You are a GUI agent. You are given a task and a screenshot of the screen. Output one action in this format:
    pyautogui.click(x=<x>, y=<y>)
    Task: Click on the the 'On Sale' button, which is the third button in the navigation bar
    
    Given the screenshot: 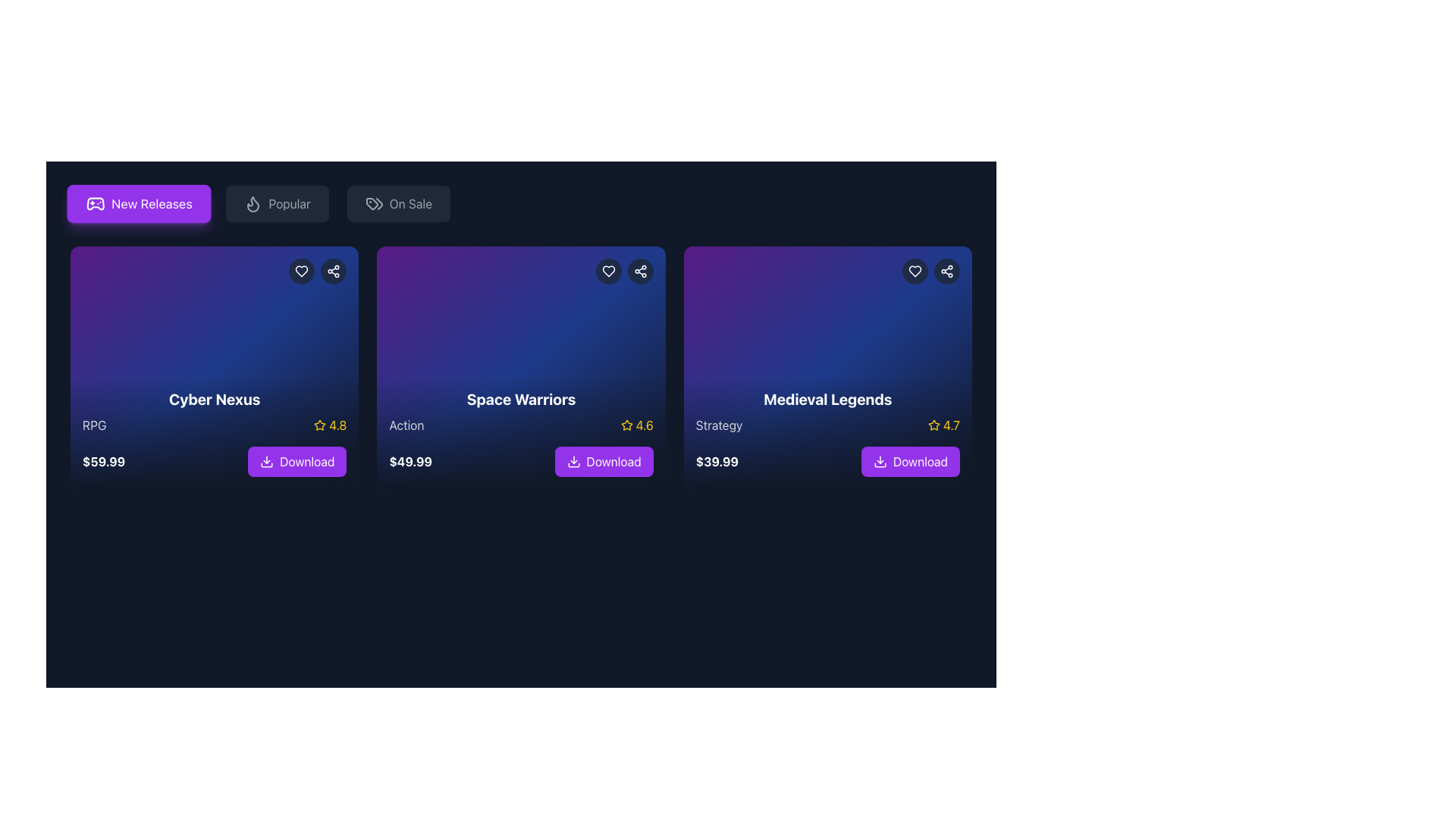 What is the action you would take?
    pyautogui.click(x=398, y=203)
    